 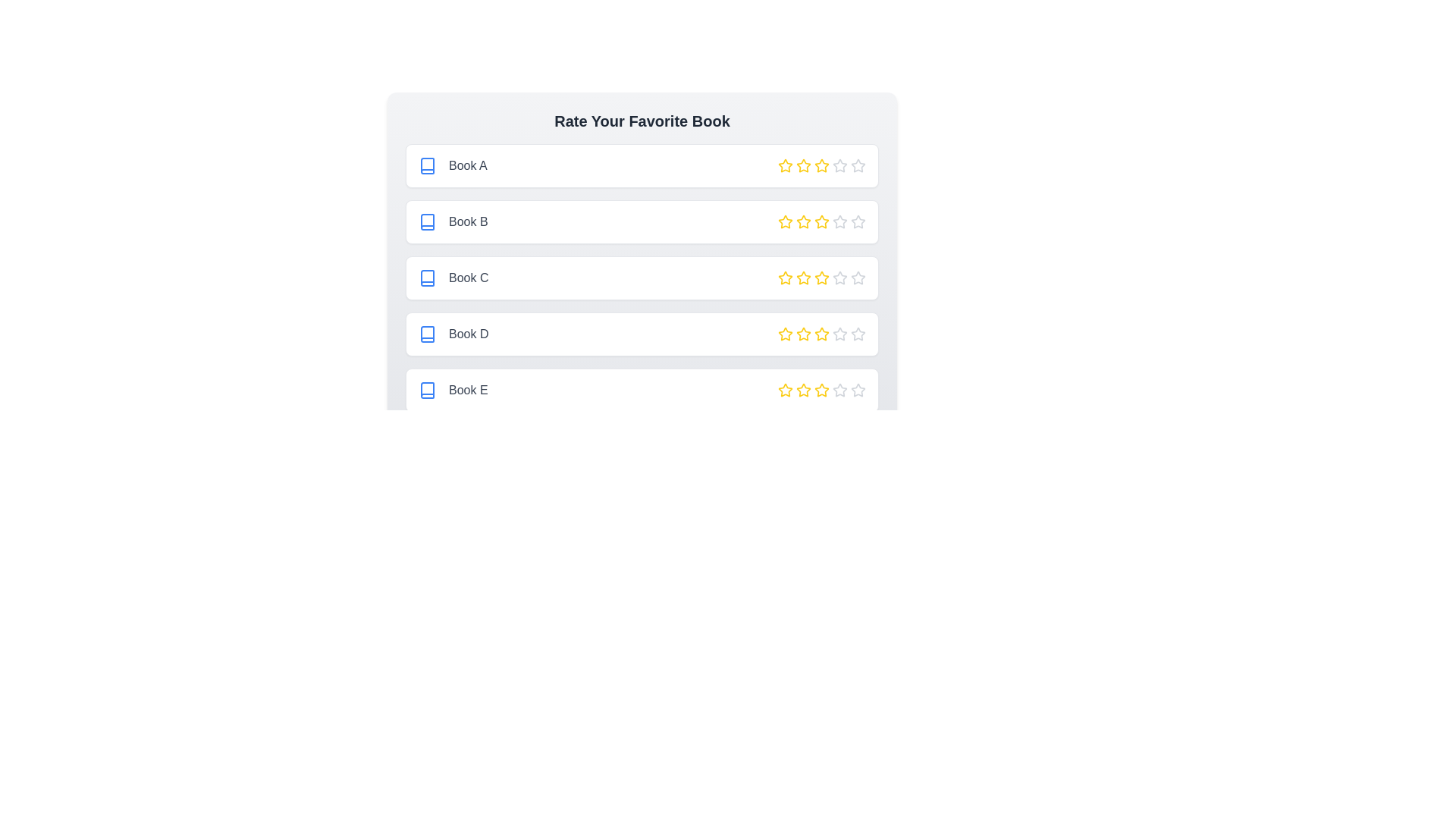 What do you see at coordinates (803, 333) in the screenshot?
I see `the star corresponding to 2 stars for the book titled Book D` at bounding box center [803, 333].